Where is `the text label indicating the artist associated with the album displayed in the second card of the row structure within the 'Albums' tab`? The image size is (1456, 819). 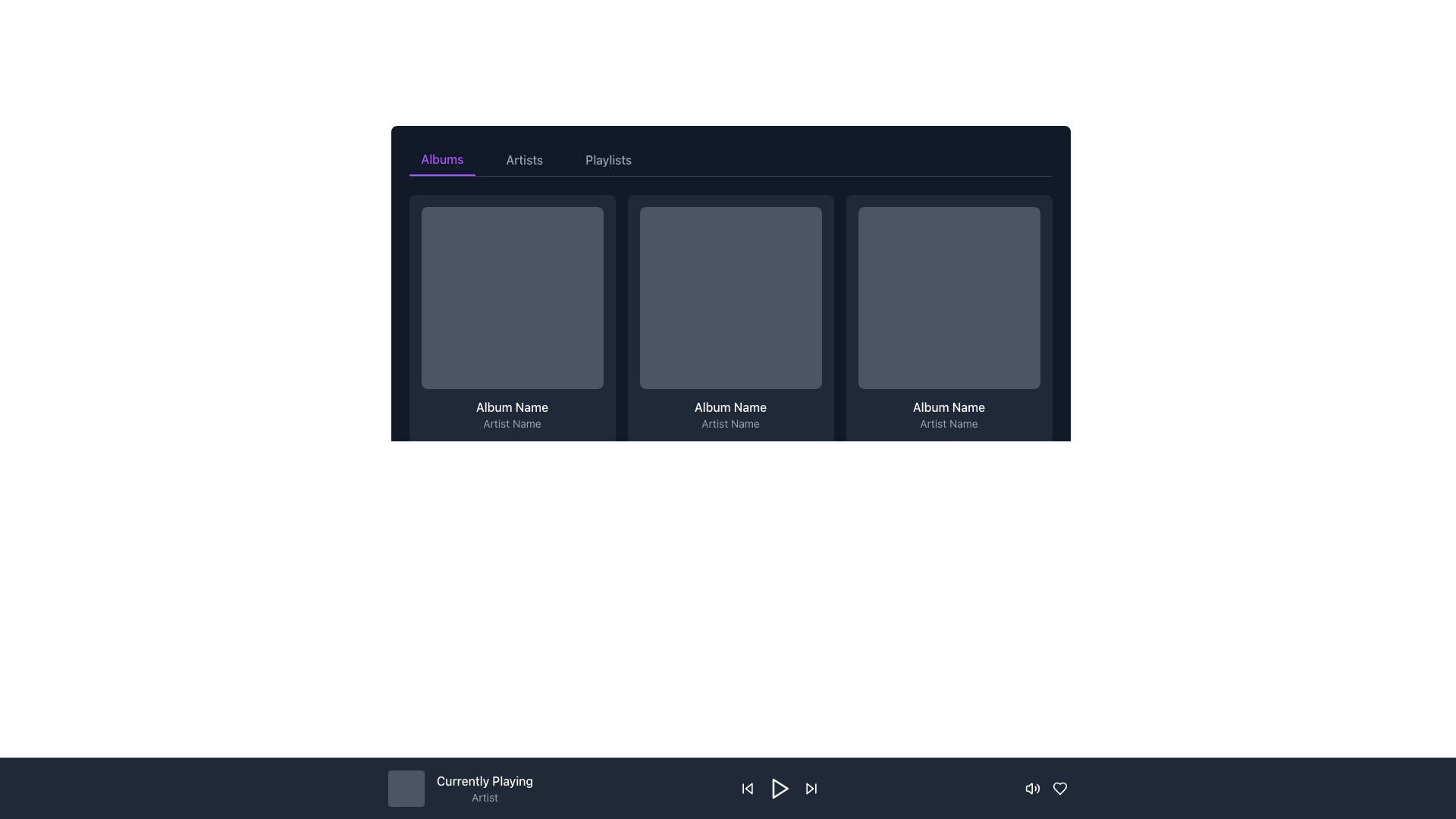
the text label indicating the artist associated with the album displayed in the second card of the row structure within the 'Albums' tab is located at coordinates (730, 424).